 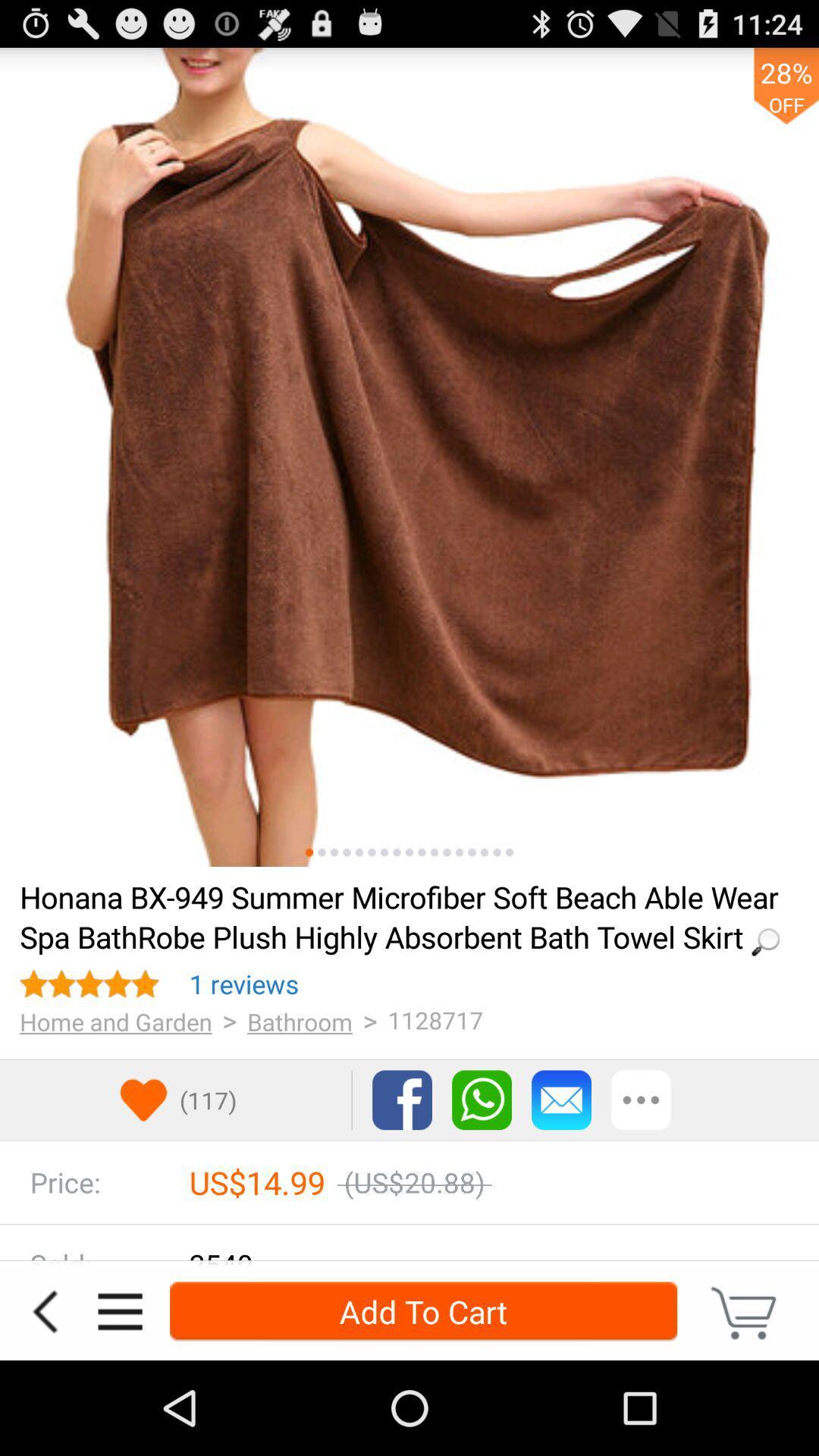 I want to click on next, so click(x=497, y=852).